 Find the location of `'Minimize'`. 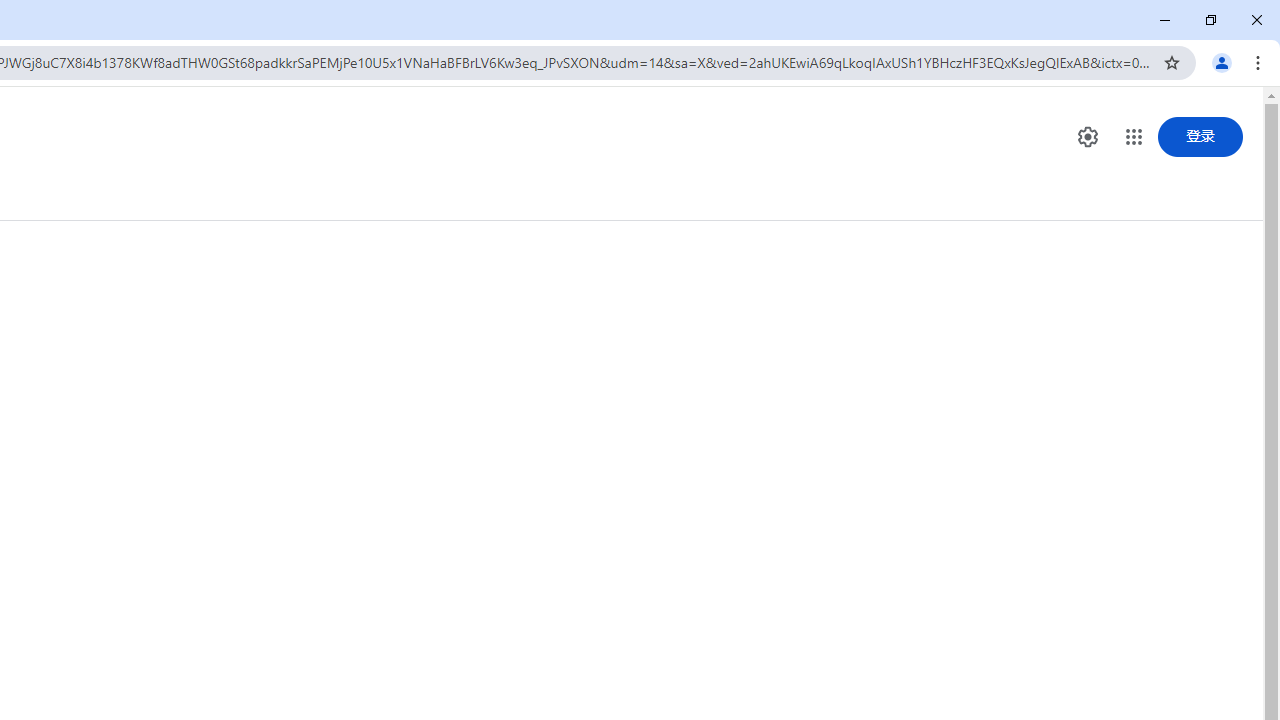

'Minimize' is located at coordinates (1165, 20).